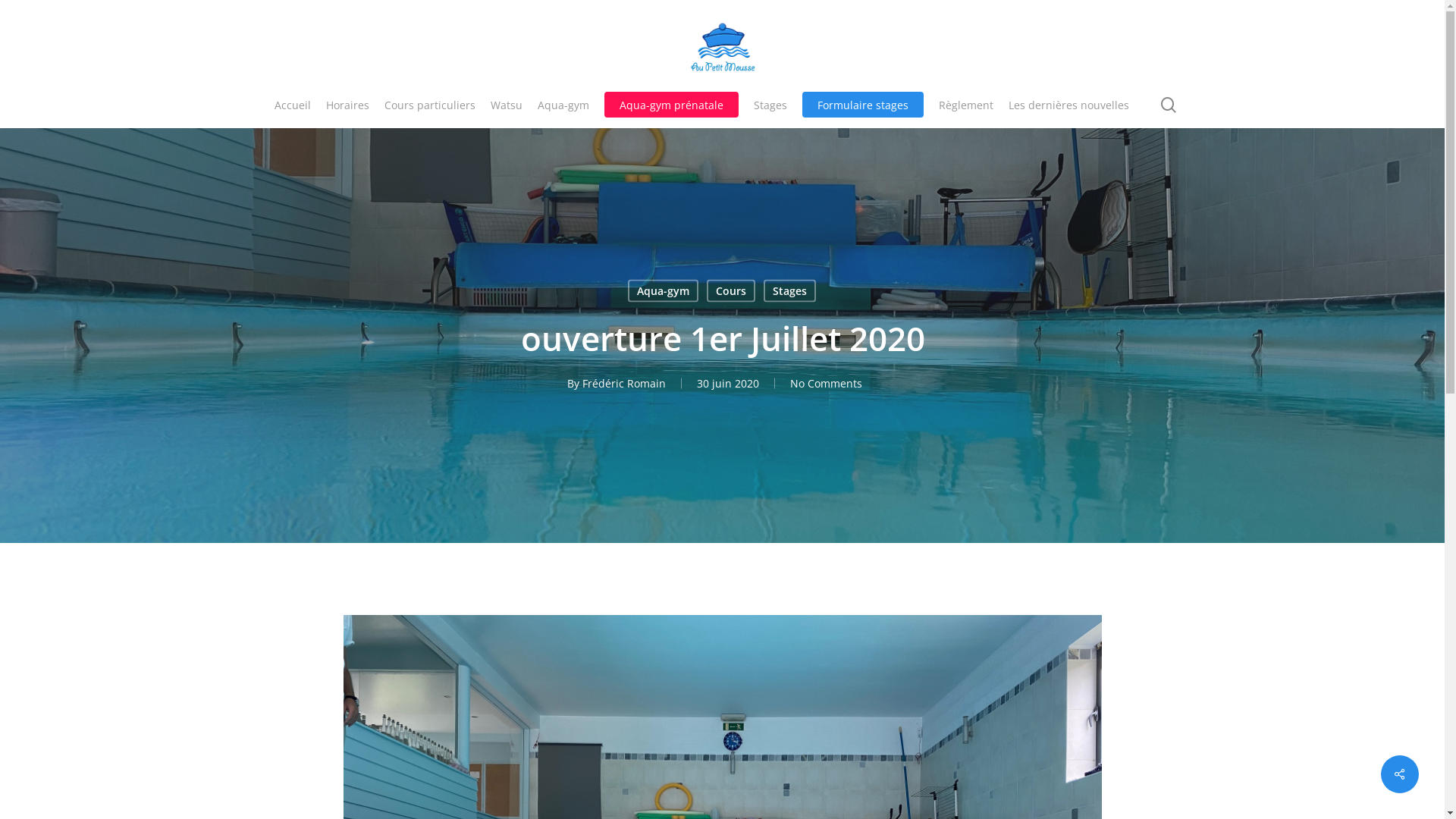 This screenshot has width=1456, height=819. I want to click on 'No Comments', so click(825, 382).